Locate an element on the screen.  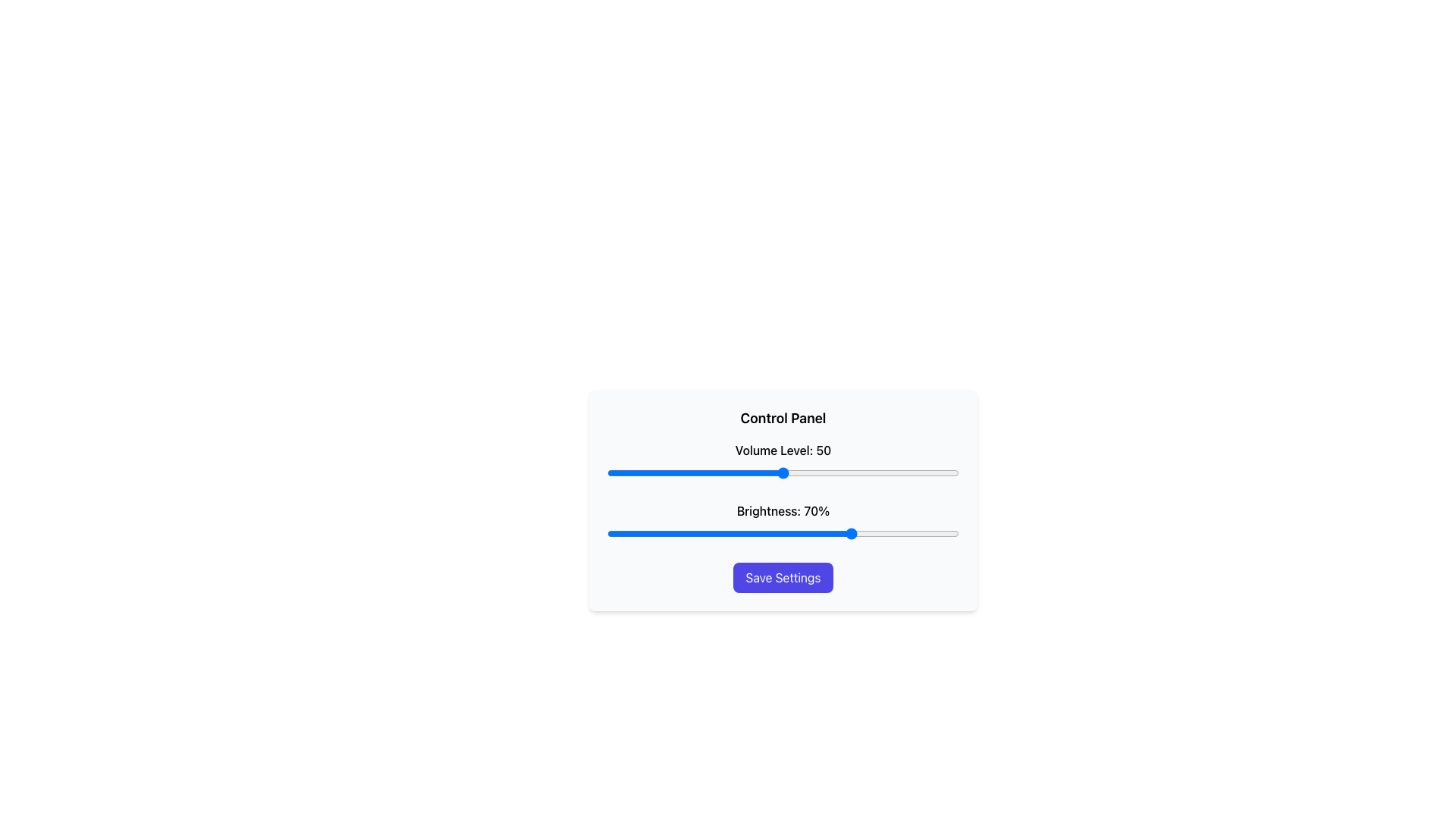
the volume level is located at coordinates (684, 472).